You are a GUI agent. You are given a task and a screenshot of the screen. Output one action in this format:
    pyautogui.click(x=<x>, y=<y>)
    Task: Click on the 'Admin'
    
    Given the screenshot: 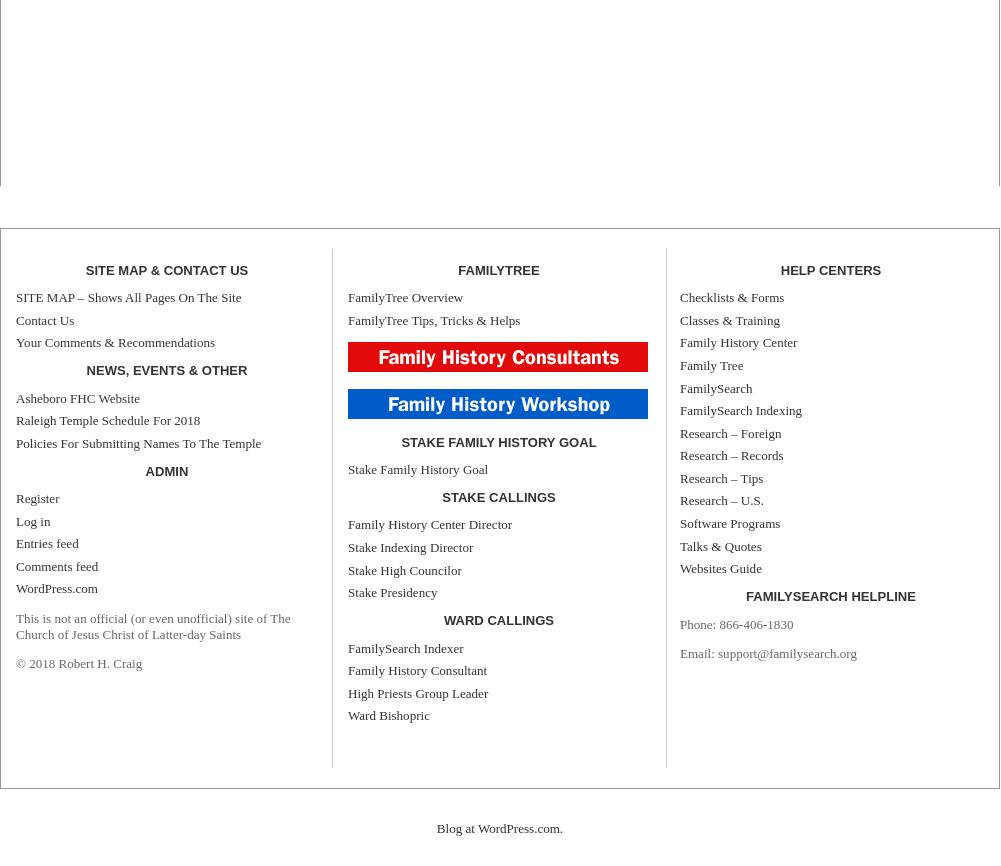 What is the action you would take?
    pyautogui.click(x=166, y=470)
    